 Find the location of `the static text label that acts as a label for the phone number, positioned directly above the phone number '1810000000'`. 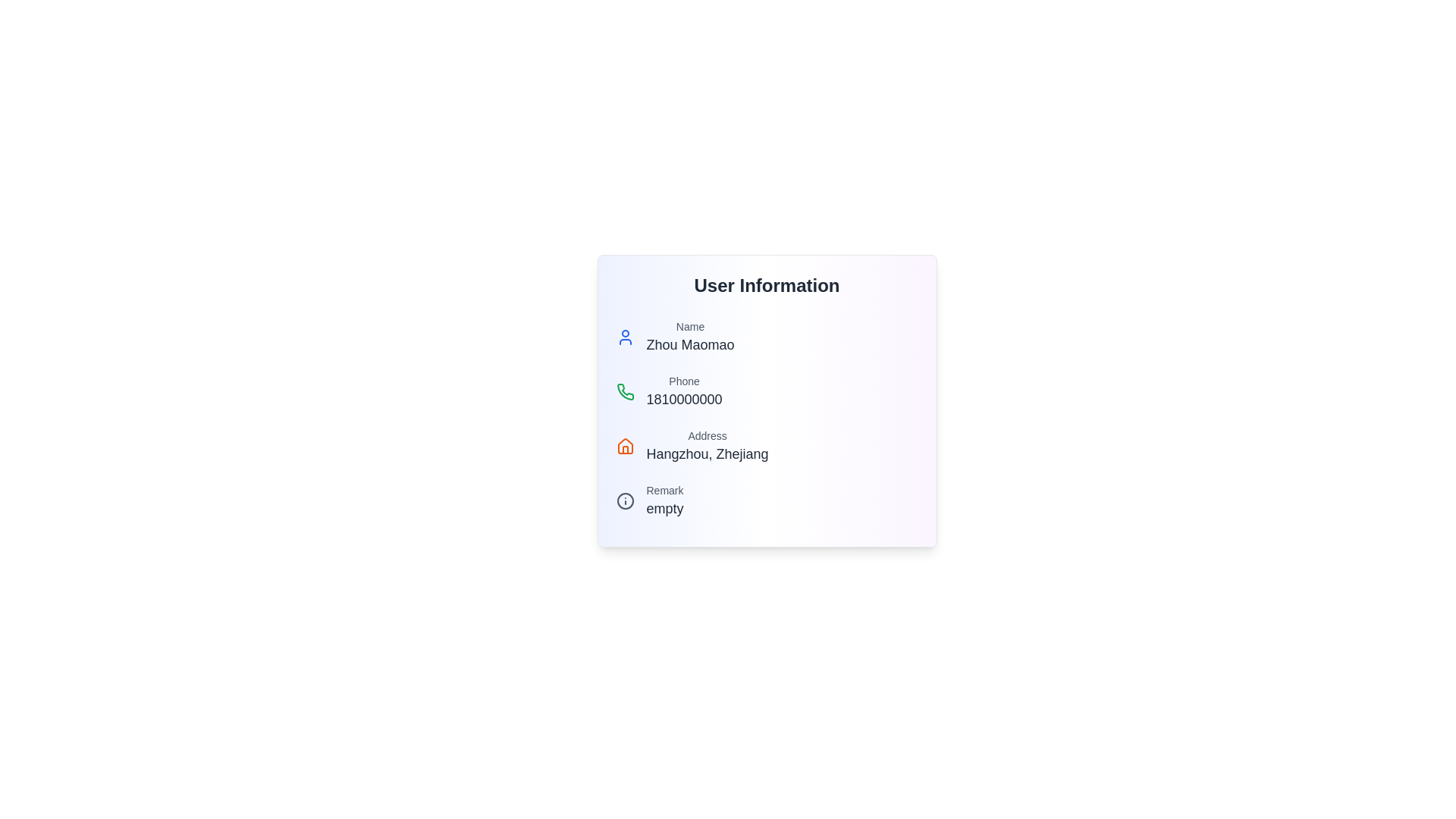

the static text label that acts as a label for the phone number, positioned directly above the phone number '1810000000' is located at coordinates (683, 380).